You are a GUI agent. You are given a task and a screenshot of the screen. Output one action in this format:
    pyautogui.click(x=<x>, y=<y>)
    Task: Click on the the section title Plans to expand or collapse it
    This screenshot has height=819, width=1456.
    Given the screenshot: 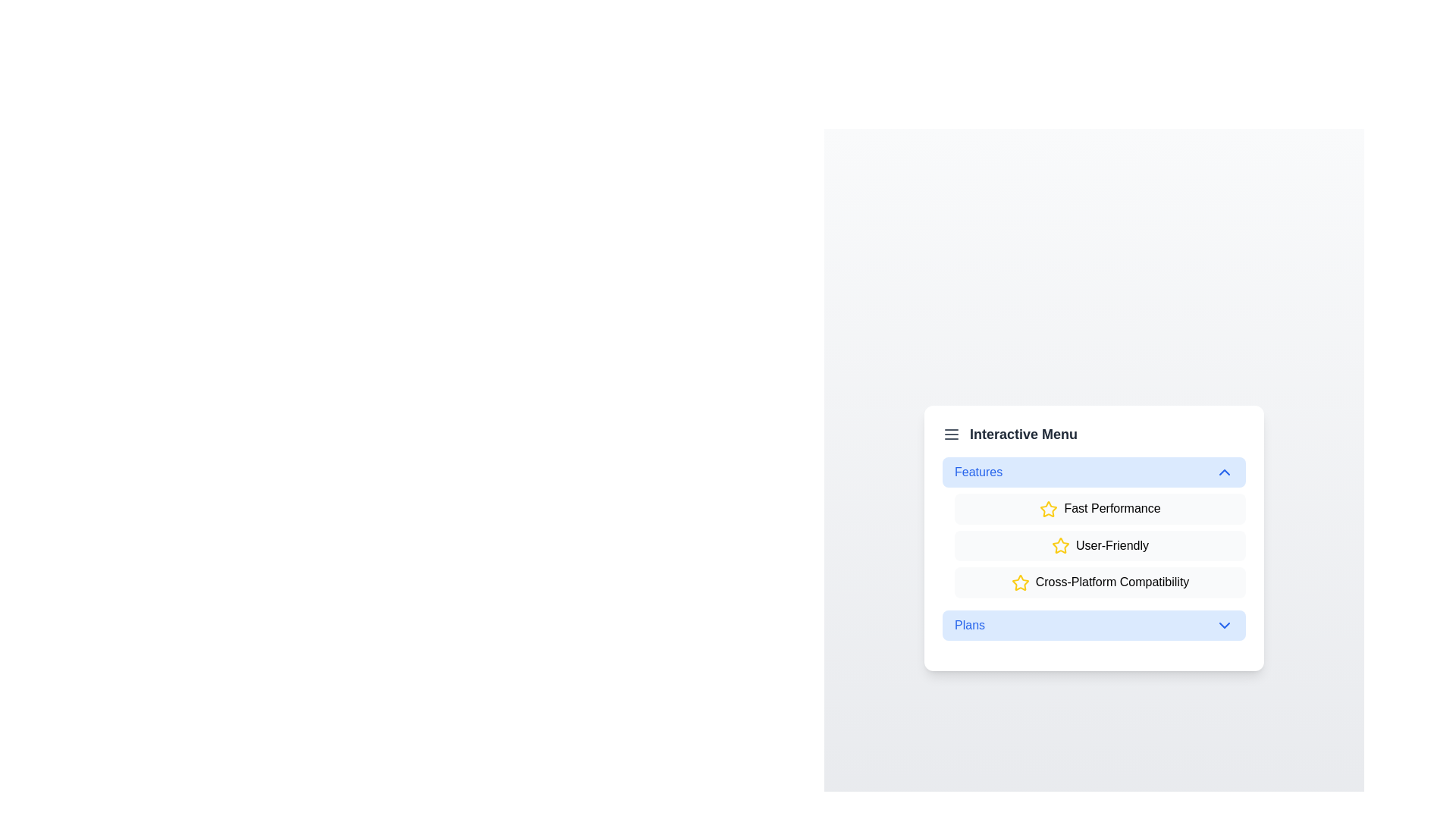 What is the action you would take?
    pyautogui.click(x=1094, y=626)
    